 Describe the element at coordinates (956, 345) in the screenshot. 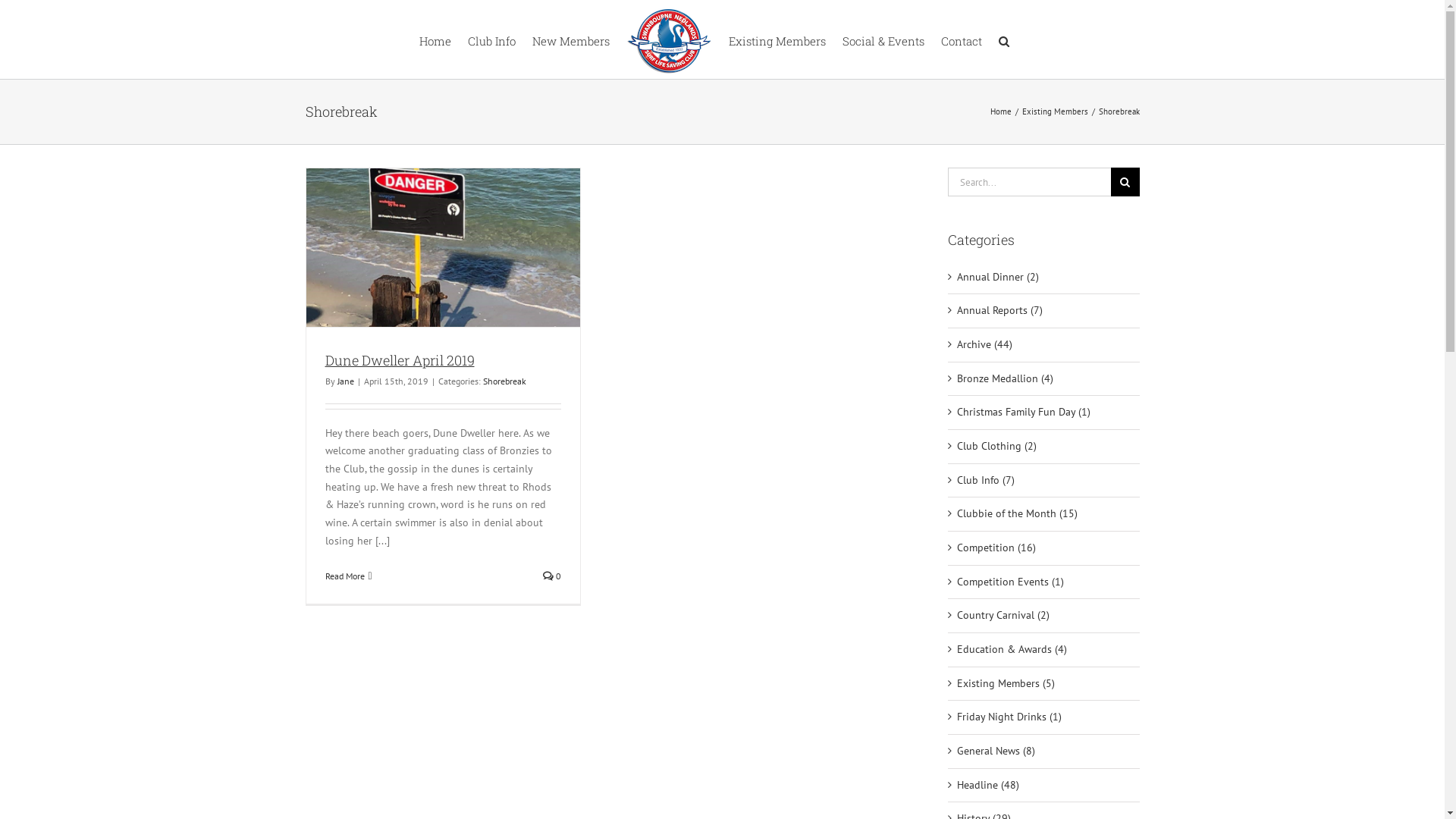

I see `'Archive (44)'` at that location.